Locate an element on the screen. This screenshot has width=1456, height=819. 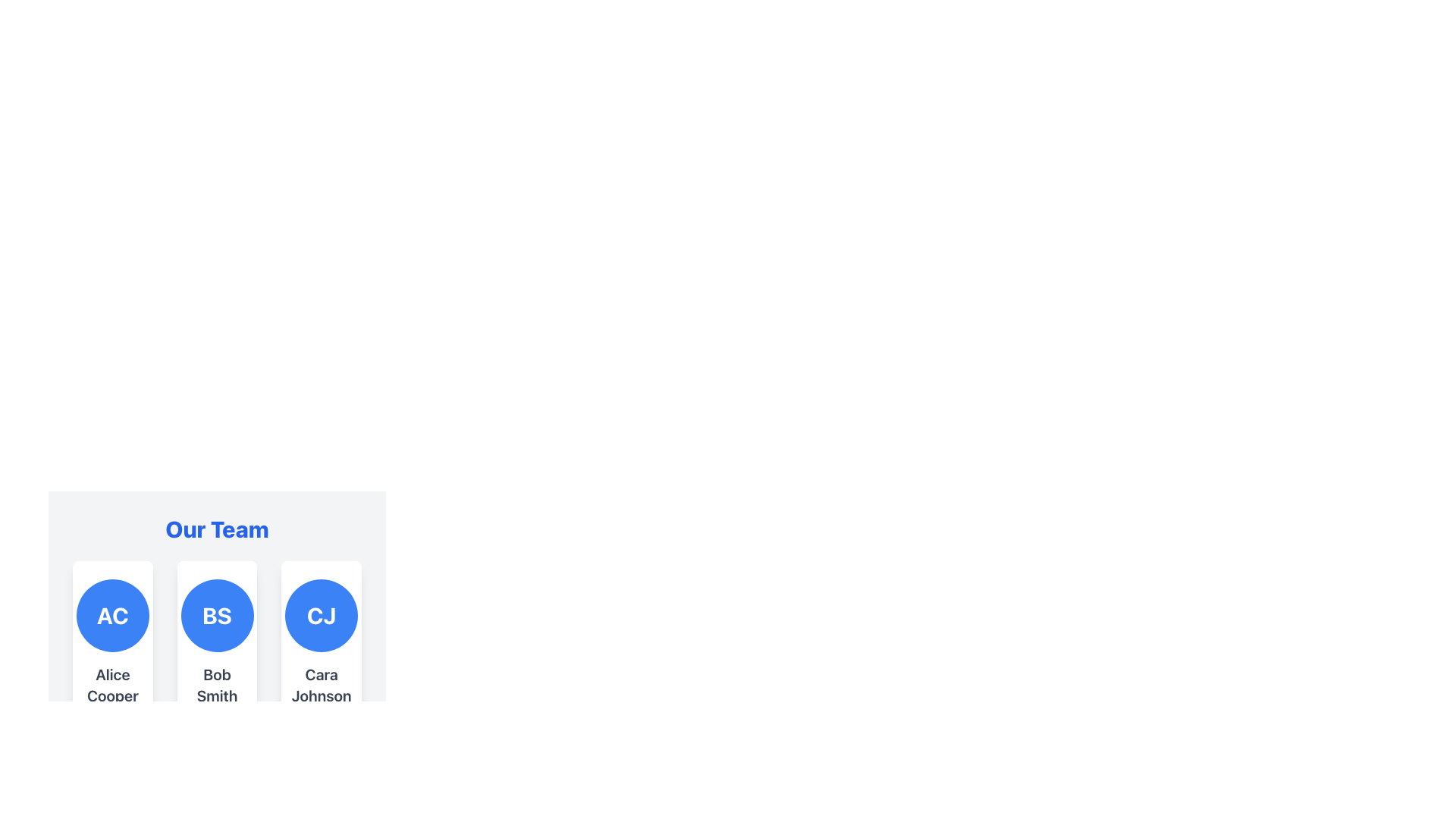
text block containing the name 'Cara Johnson', which is styled in bold and large font, located in the bottom-right section of the cards under the heading 'Our Team' is located at coordinates (321, 685).